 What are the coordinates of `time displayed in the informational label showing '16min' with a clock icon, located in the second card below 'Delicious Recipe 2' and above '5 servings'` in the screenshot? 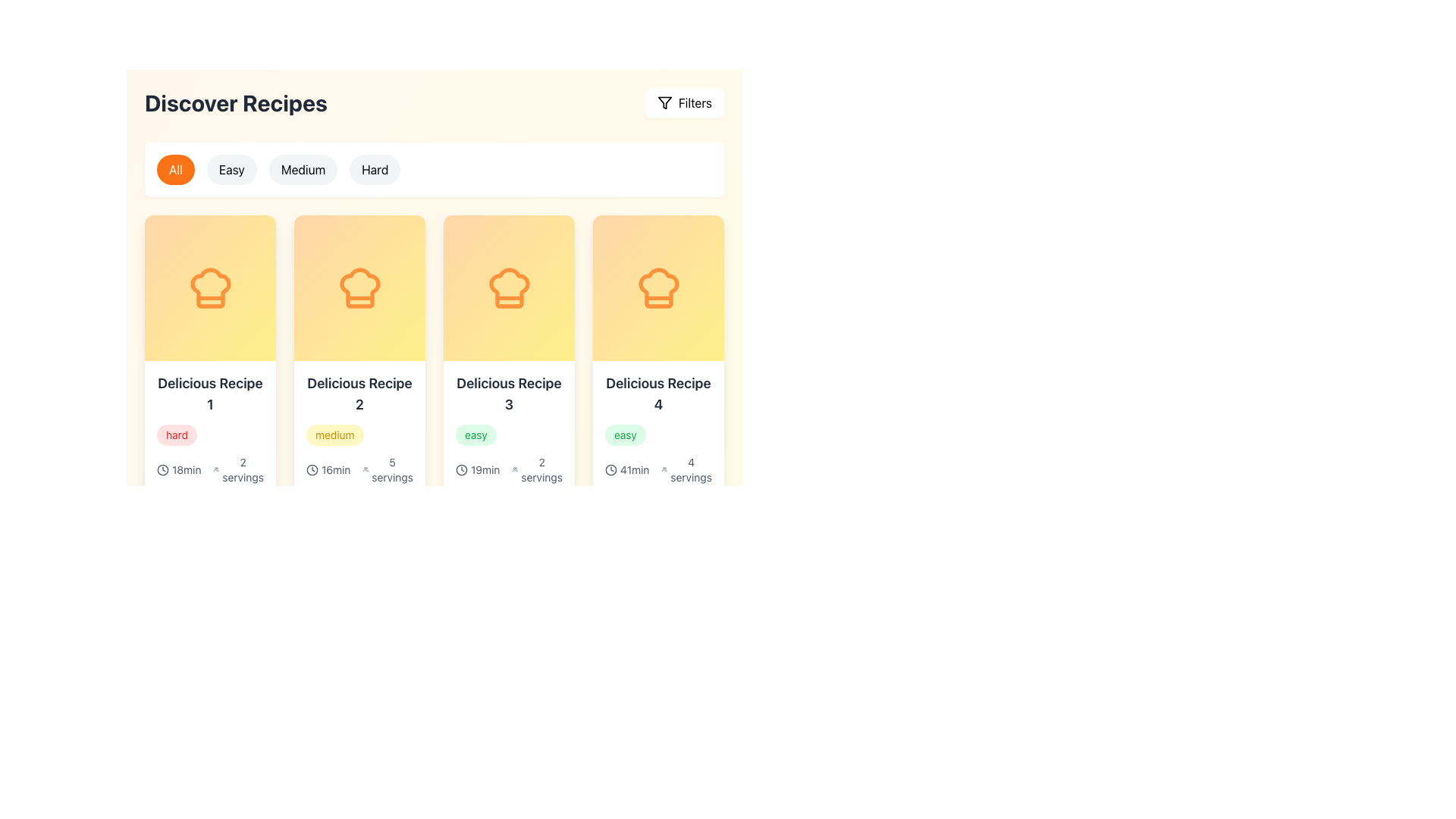 It's located at (331, 469).